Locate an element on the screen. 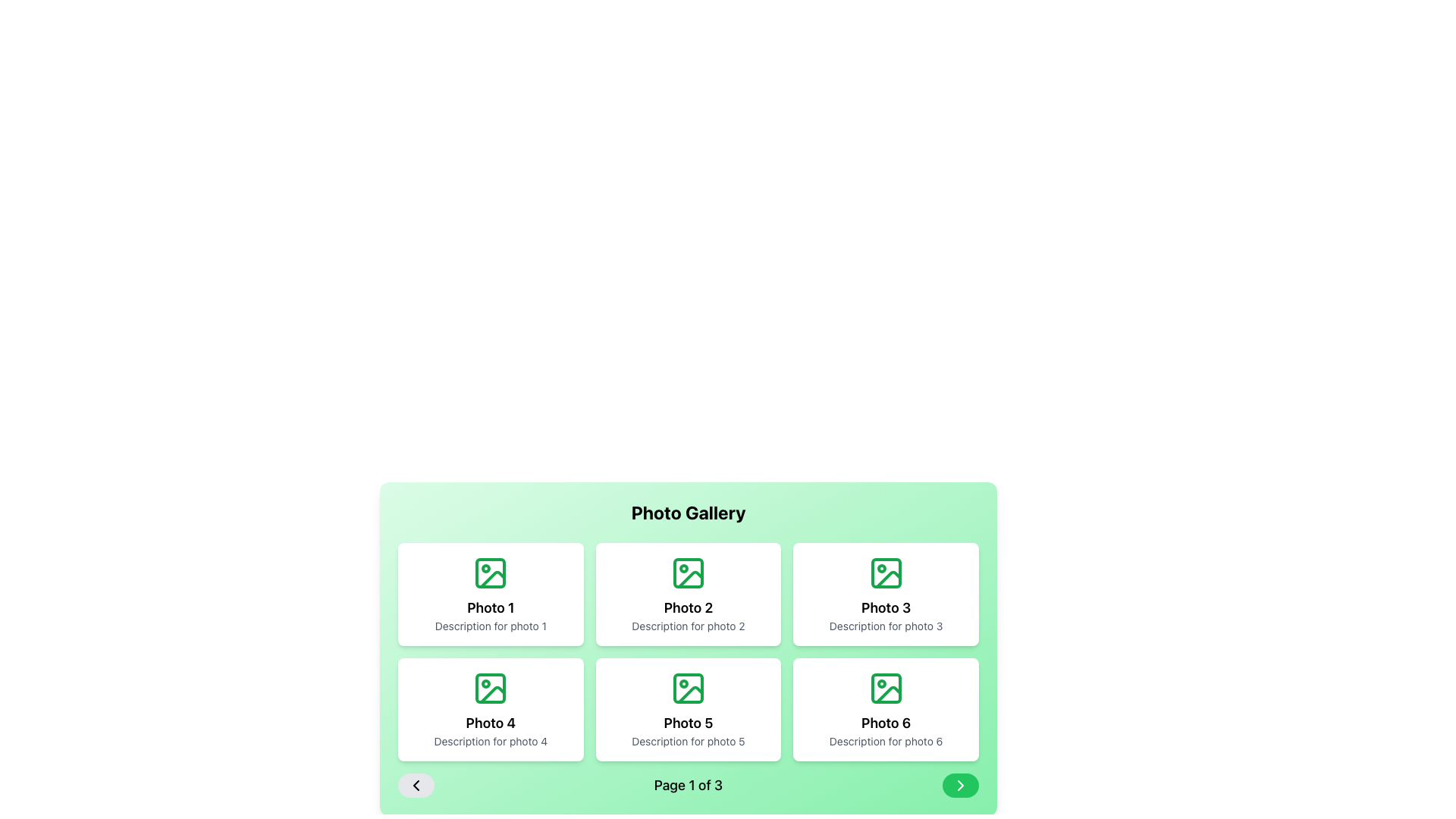 Image resolution: width=1456 pixels, height=819 pixels. the text label displaying 'Photo 4' which is located in the center of a card-like element in the second row and first column of a 2x3 grid layout is located at coordinates (491, 722).